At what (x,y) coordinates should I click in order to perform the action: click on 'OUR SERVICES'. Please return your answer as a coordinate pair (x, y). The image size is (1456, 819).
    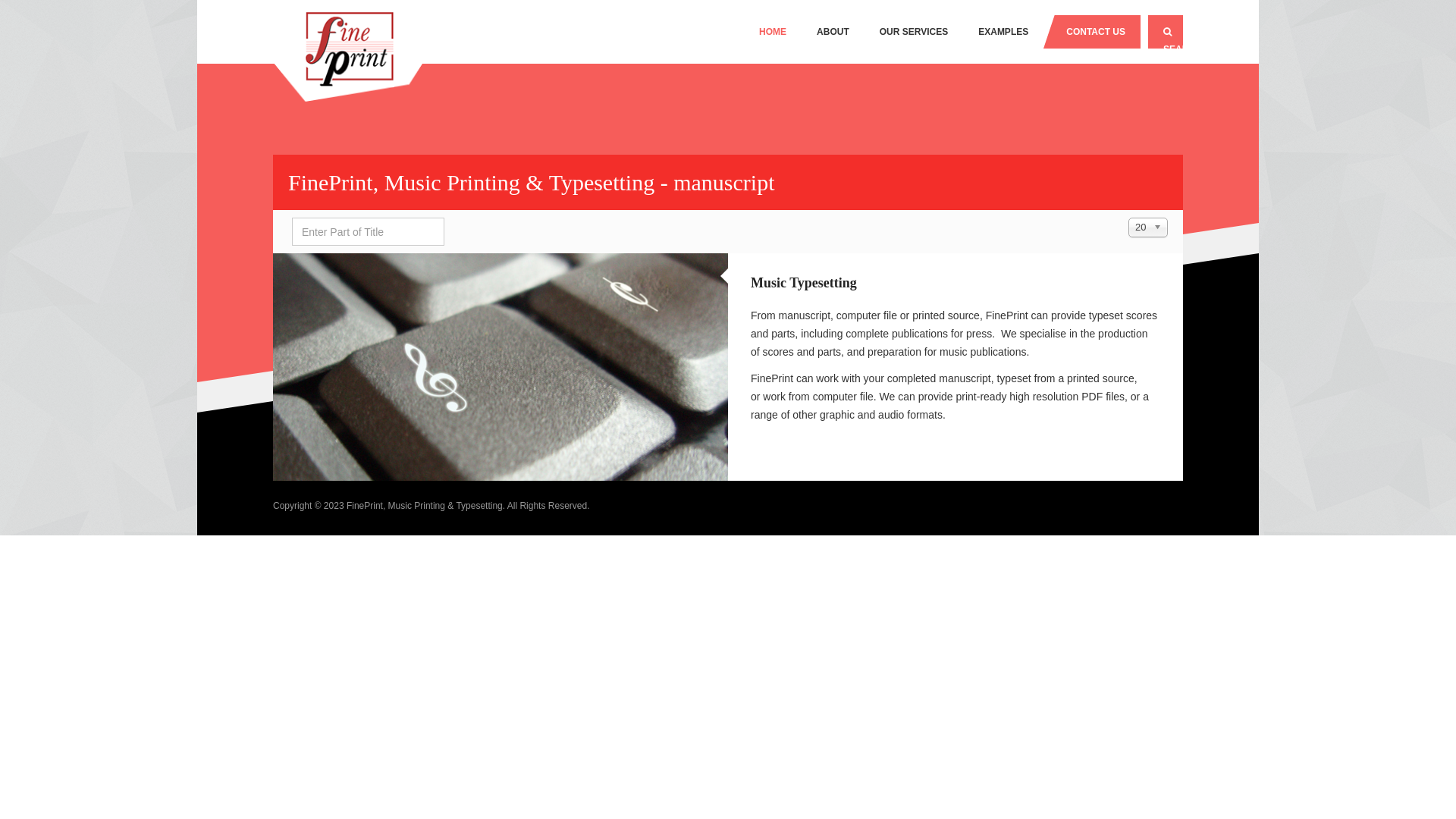
    Looking at the image, I should click on (912, 32).